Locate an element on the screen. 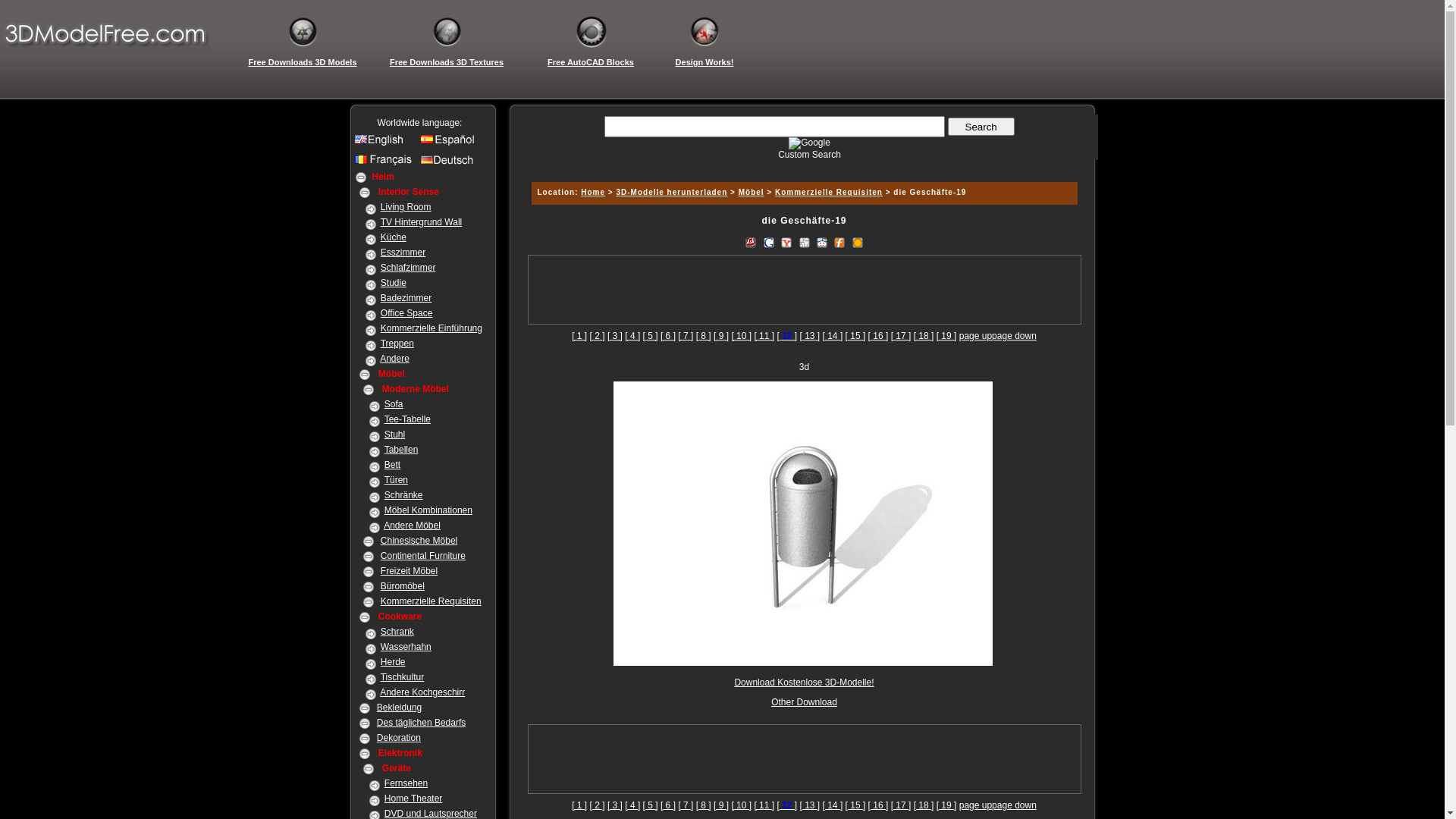  'Free Downloads 3D Textures' is located at coordinates (446, 61).